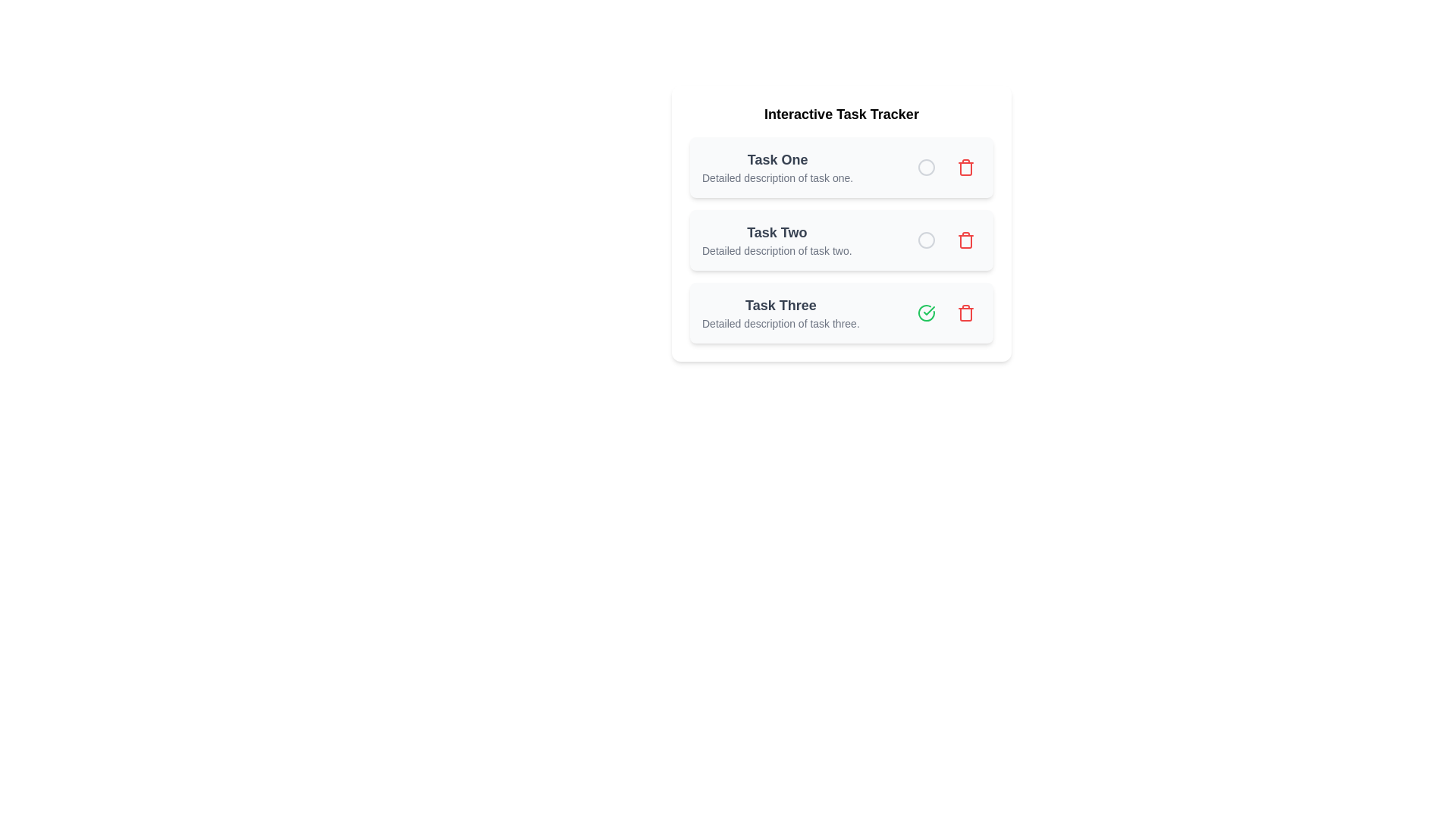  I want to click on the delete button for task Task Two, so click(965, 239).